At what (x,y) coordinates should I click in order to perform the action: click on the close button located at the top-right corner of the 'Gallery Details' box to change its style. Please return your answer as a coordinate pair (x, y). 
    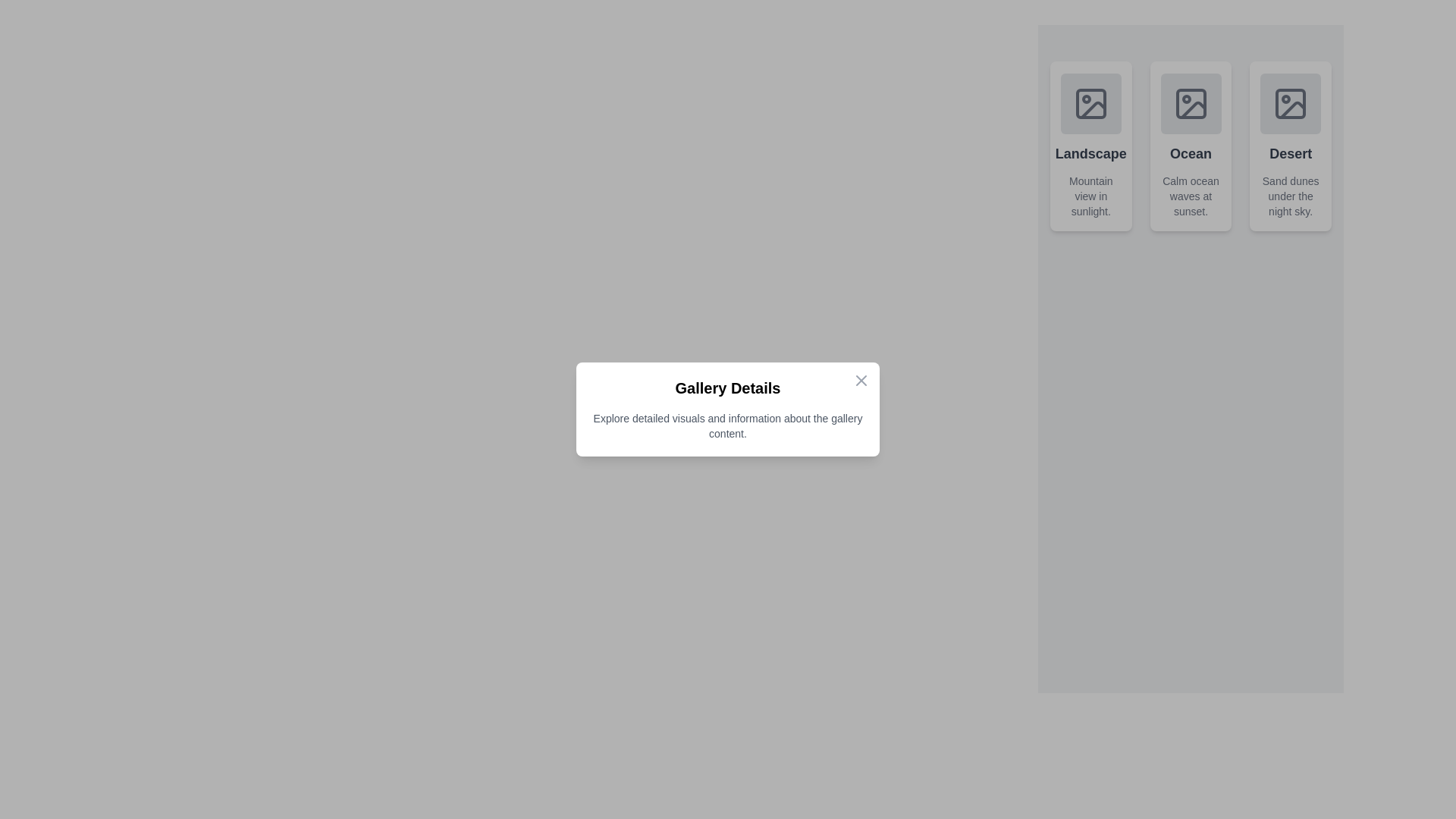
    Looking at the image, I should click on (861, 379).